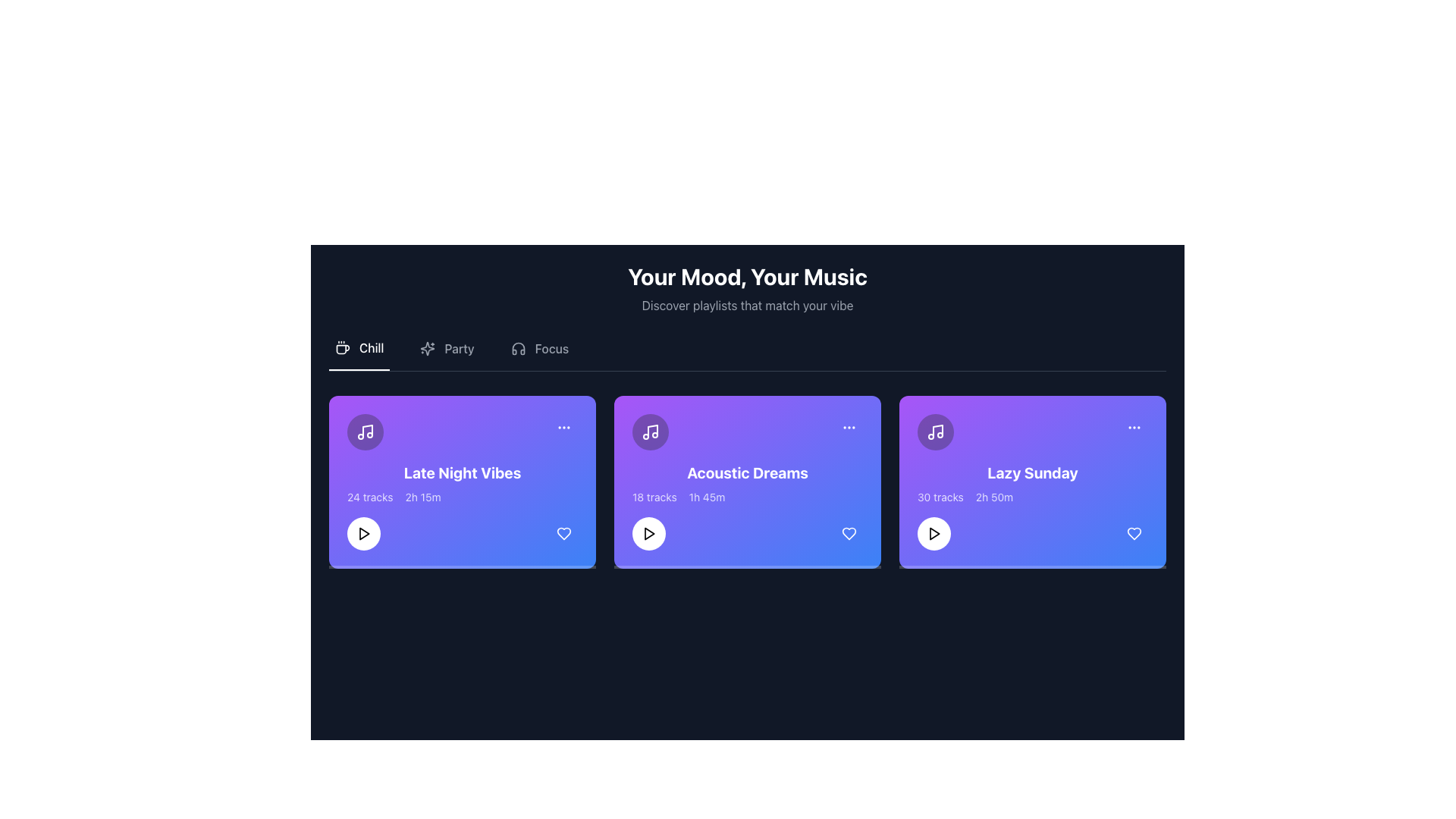 This screenshot has width=1456, height=819. I want to click on the heart icon located at the lower-right corner of the 'Late Night Vibes' card, so click(563, 533).